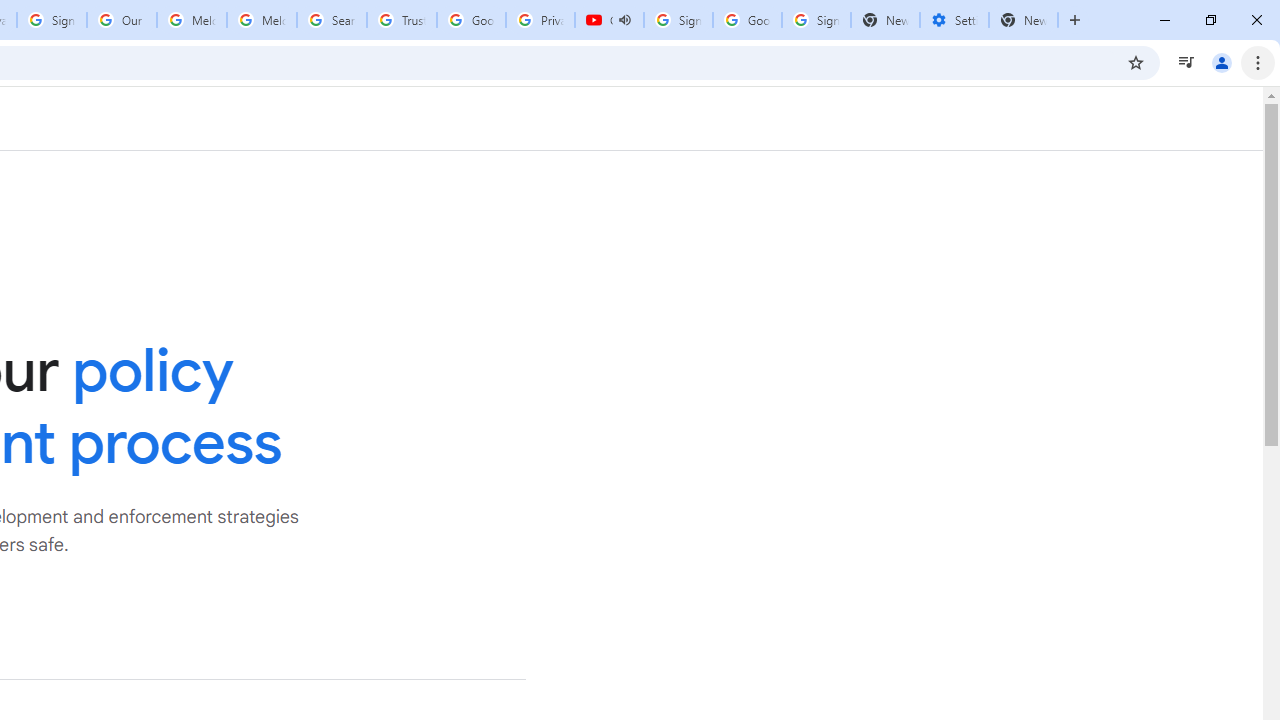 The image size is (1280, 720). I want to click on 'Google Ads - Sign in', so click(470, 20).